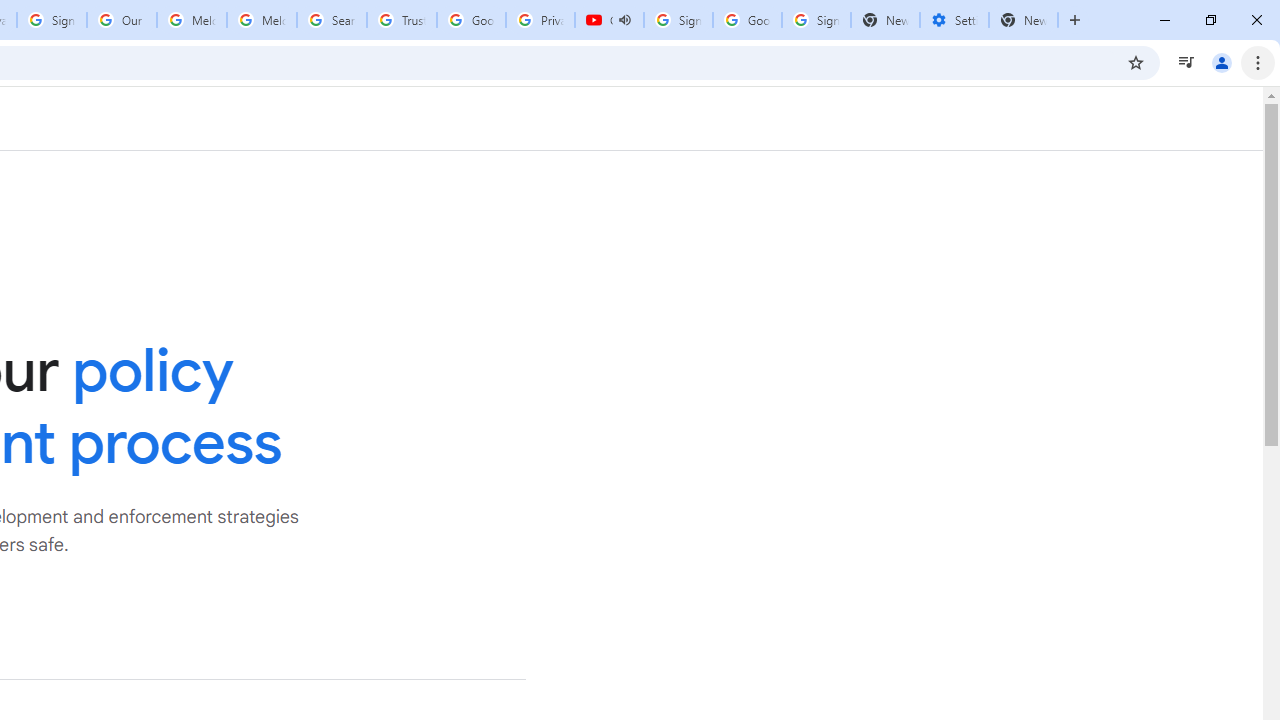 The image size is (1280, 720). I want to click on 'Google Ads - Sign in', so click(470, 20).